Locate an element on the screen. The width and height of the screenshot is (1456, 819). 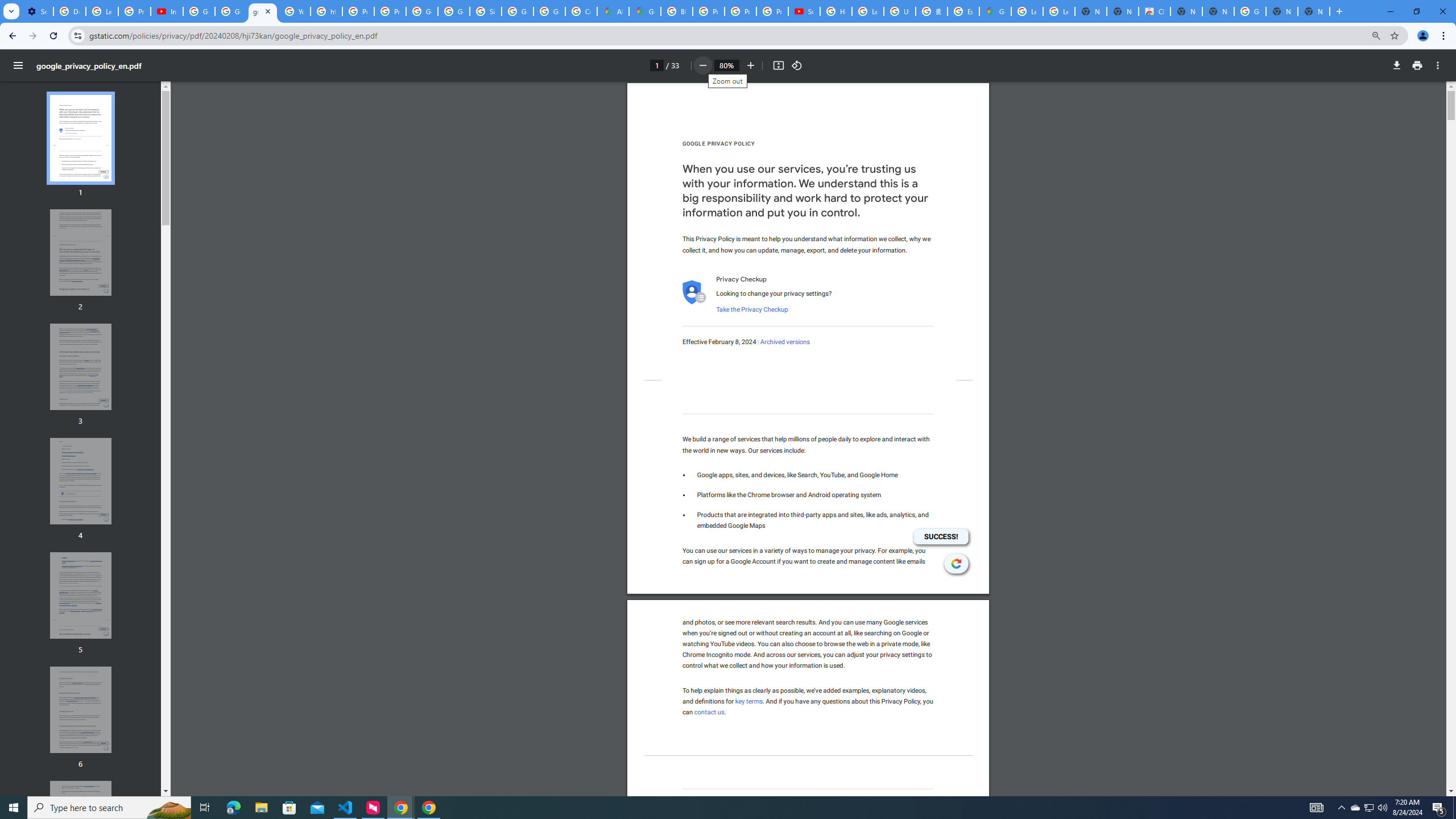
'Privacy Help Center - Policies Help' is located at coordinates (359, 11).